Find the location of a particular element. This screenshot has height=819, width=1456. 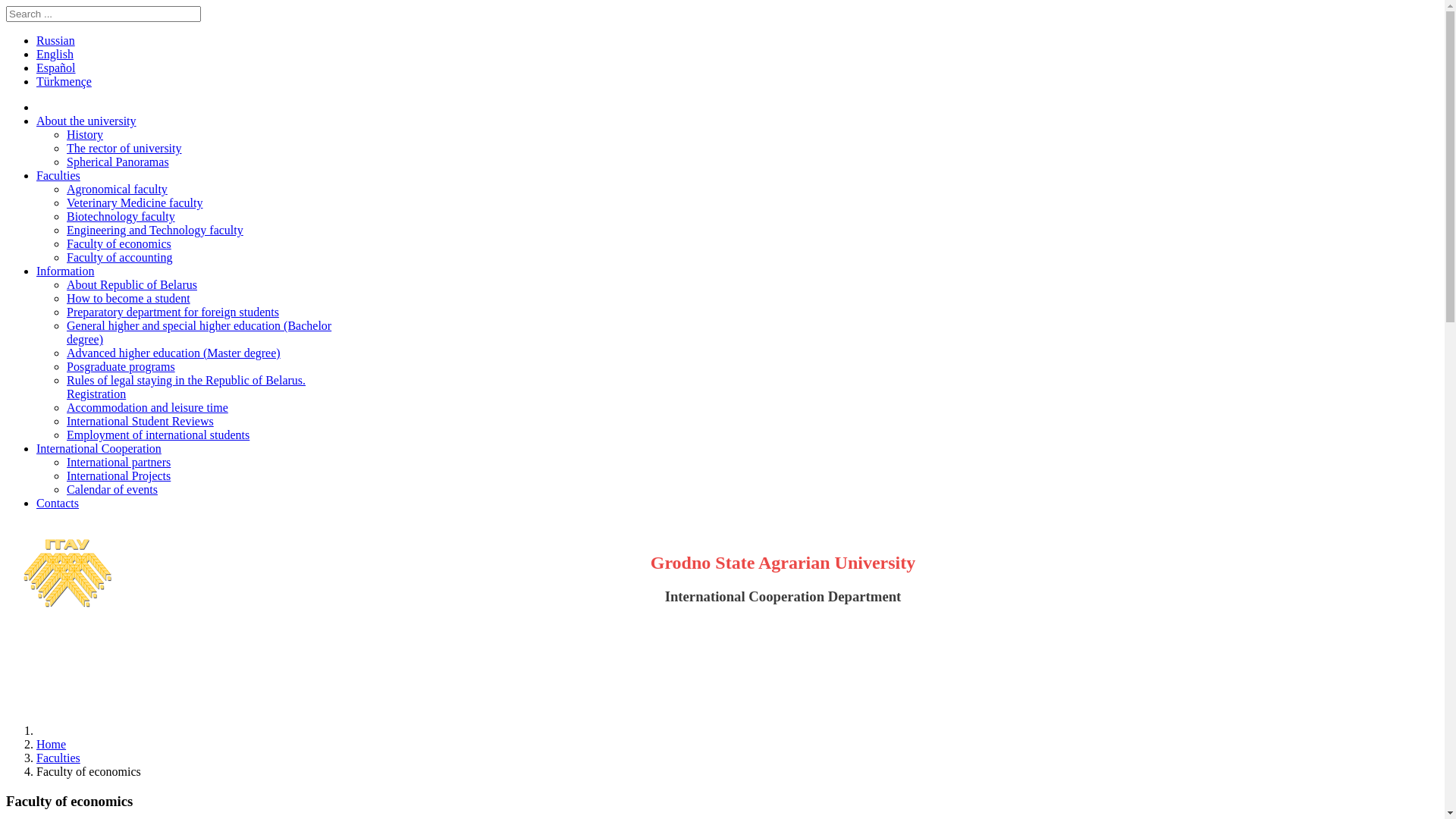

'Preparatory department for foreign students' is located at coordinates (173, 311).